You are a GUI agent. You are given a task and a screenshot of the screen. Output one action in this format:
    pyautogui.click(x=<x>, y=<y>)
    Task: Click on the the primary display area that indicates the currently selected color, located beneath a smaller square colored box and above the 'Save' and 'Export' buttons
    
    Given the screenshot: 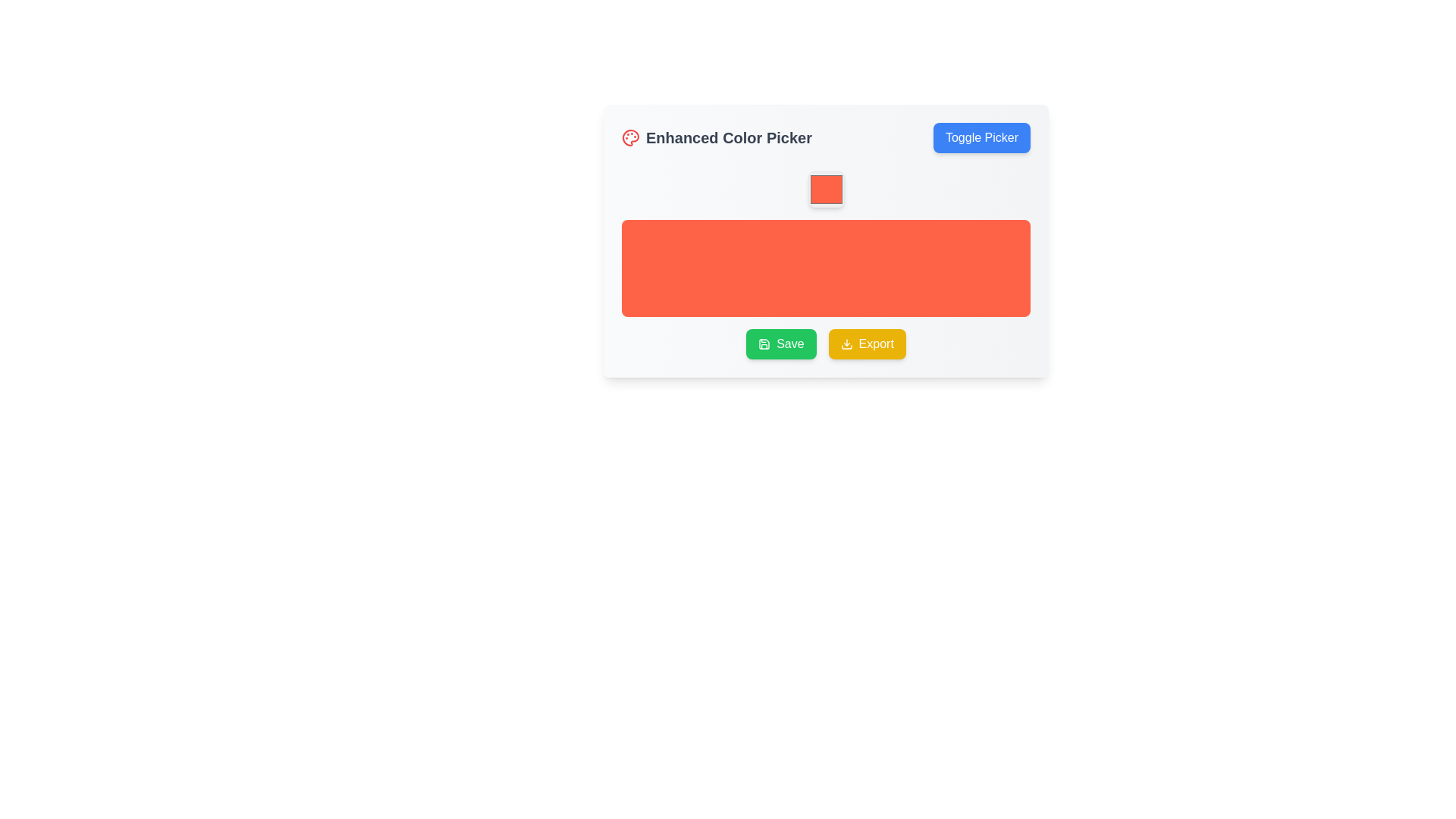 What is the action you would take?
    pyautogui.click(x=825, y=268)
    